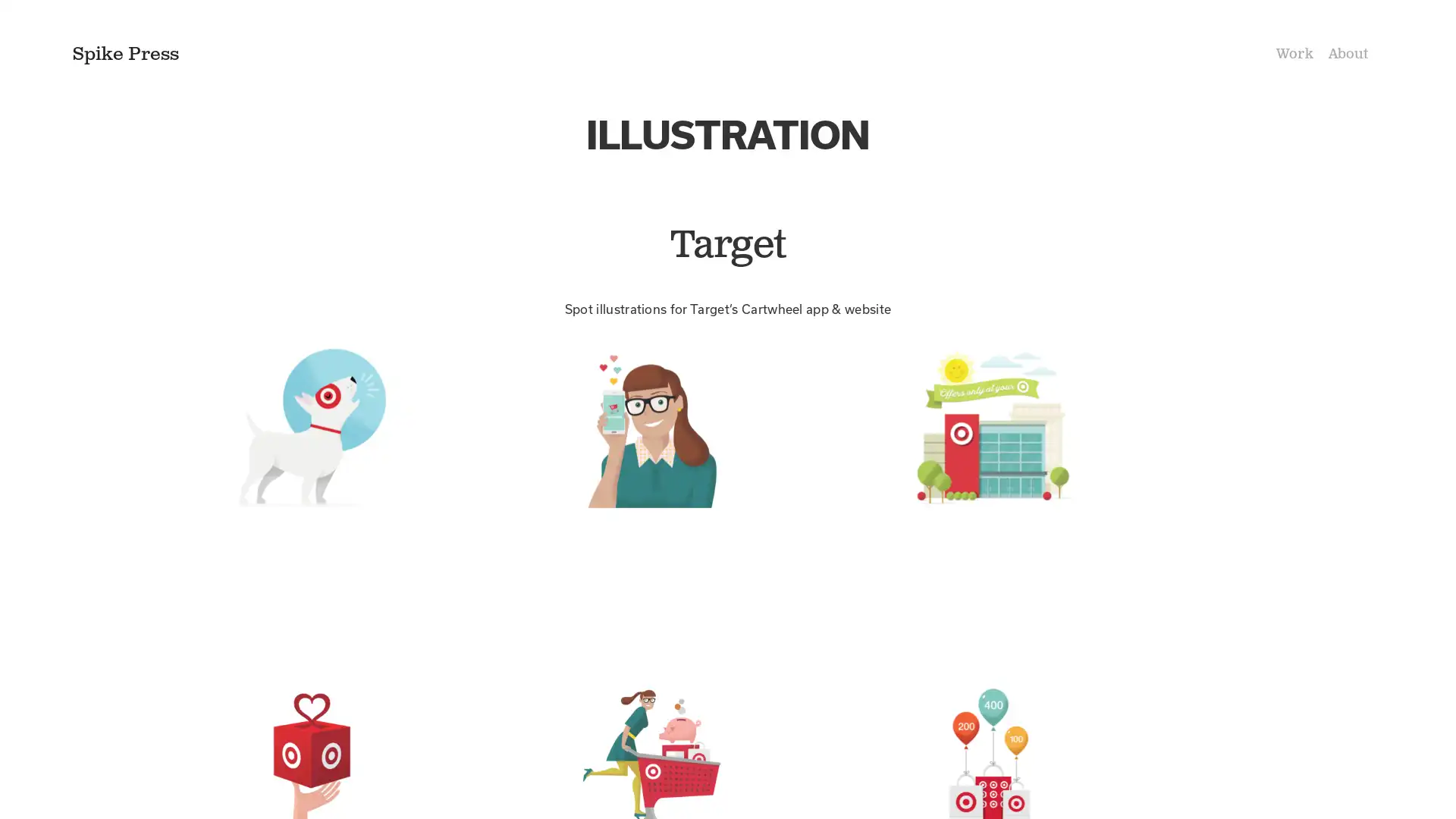 Image resolution: width=1456 pixels, height=819 pixels. I want to click on View fullsize 03.png, so click(1067, 500).